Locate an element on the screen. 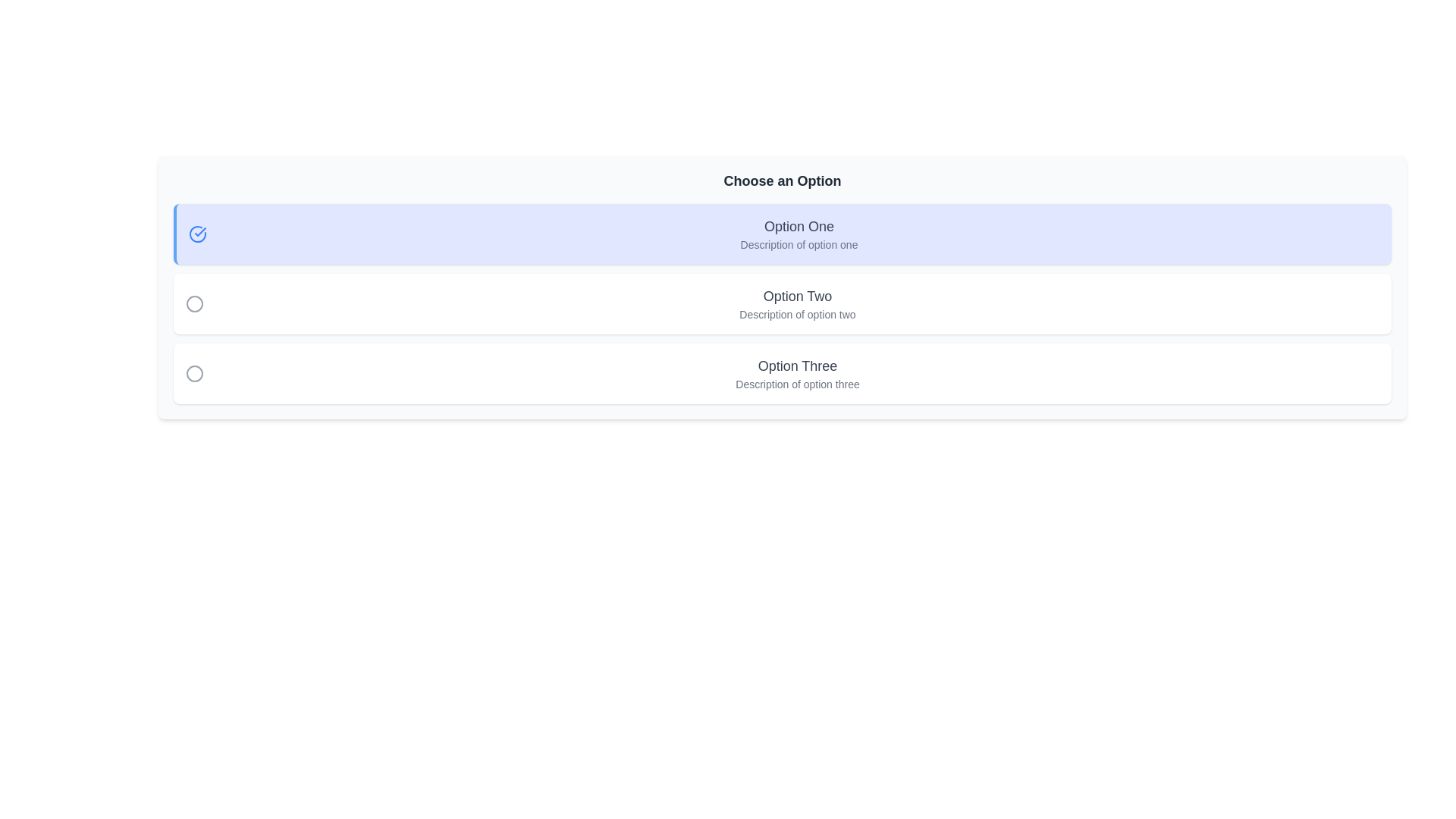  the button labeled 'Option One' with a light indigo background that contains a tick icon and descriptive text is located at coordinates (783, 234).